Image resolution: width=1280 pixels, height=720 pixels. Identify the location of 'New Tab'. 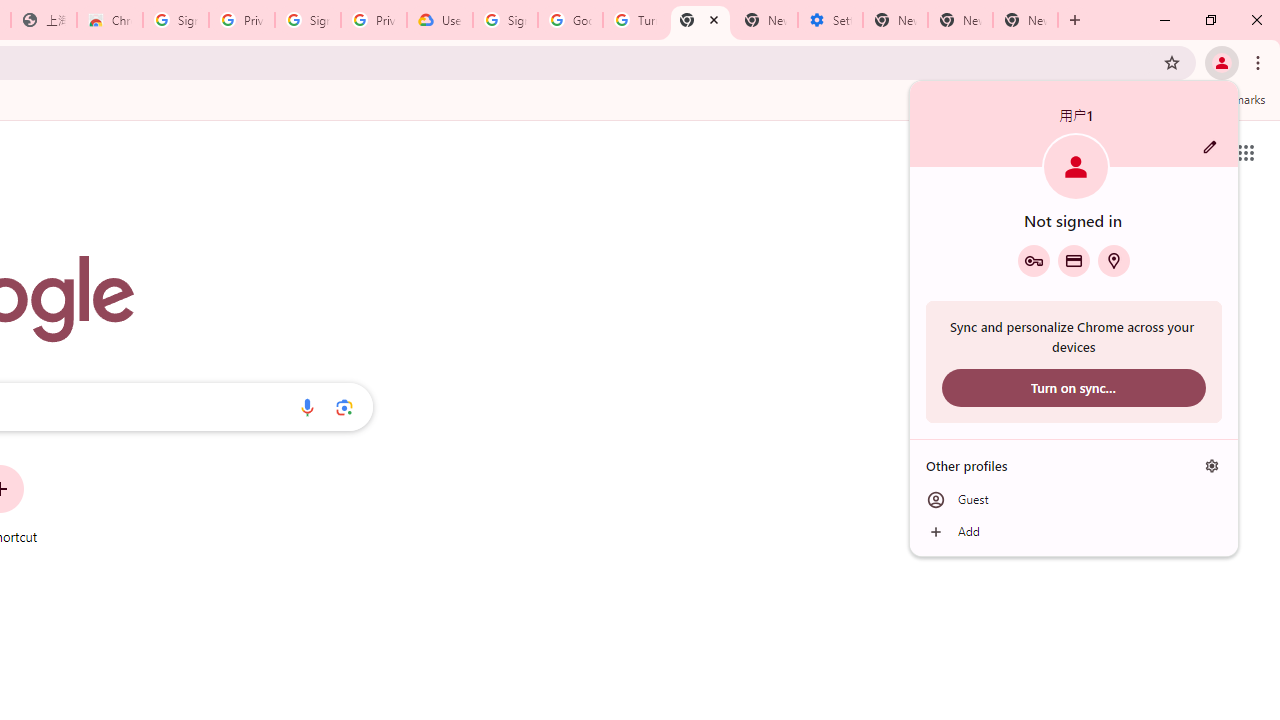
(1025, 20).